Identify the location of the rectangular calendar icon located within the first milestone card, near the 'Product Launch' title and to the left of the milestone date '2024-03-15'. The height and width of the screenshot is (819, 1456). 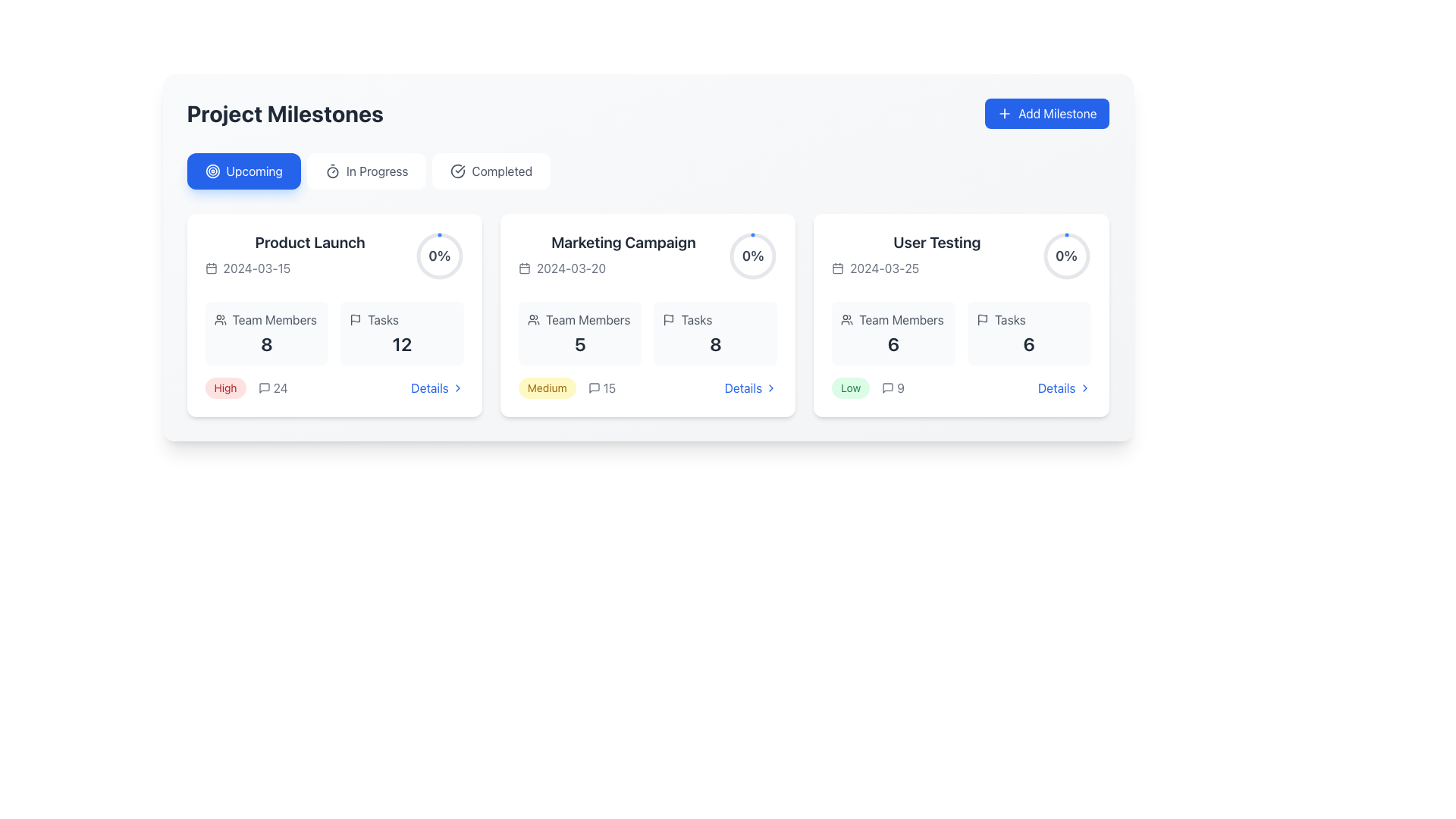
(210, 268).